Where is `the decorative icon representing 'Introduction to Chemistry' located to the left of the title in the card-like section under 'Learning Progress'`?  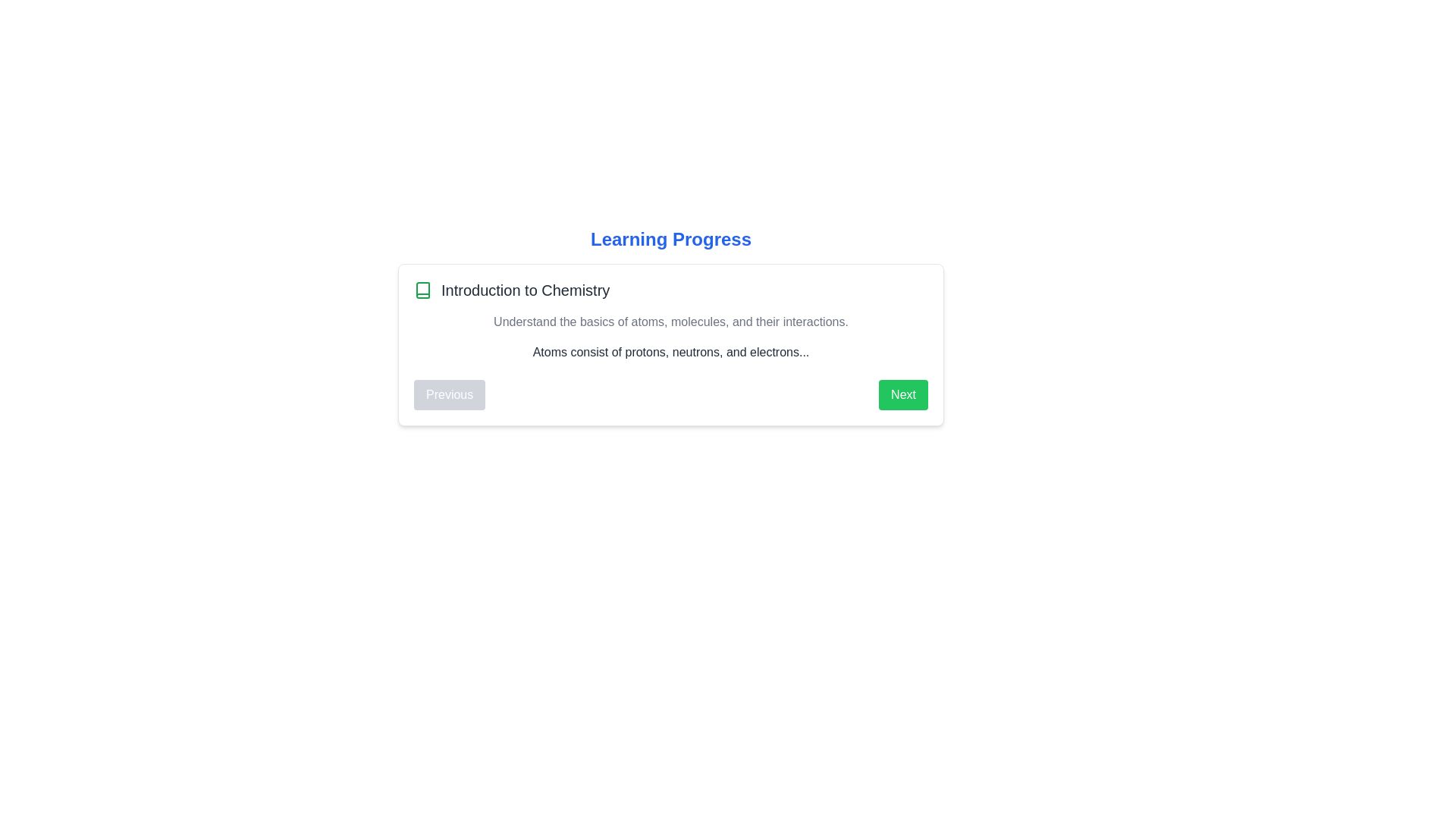 the decorative icon representing 'Introduction to Chemistry' located to the left of the title in the card-like section under 'Learning Progress' is located at coordinates (422, 290).